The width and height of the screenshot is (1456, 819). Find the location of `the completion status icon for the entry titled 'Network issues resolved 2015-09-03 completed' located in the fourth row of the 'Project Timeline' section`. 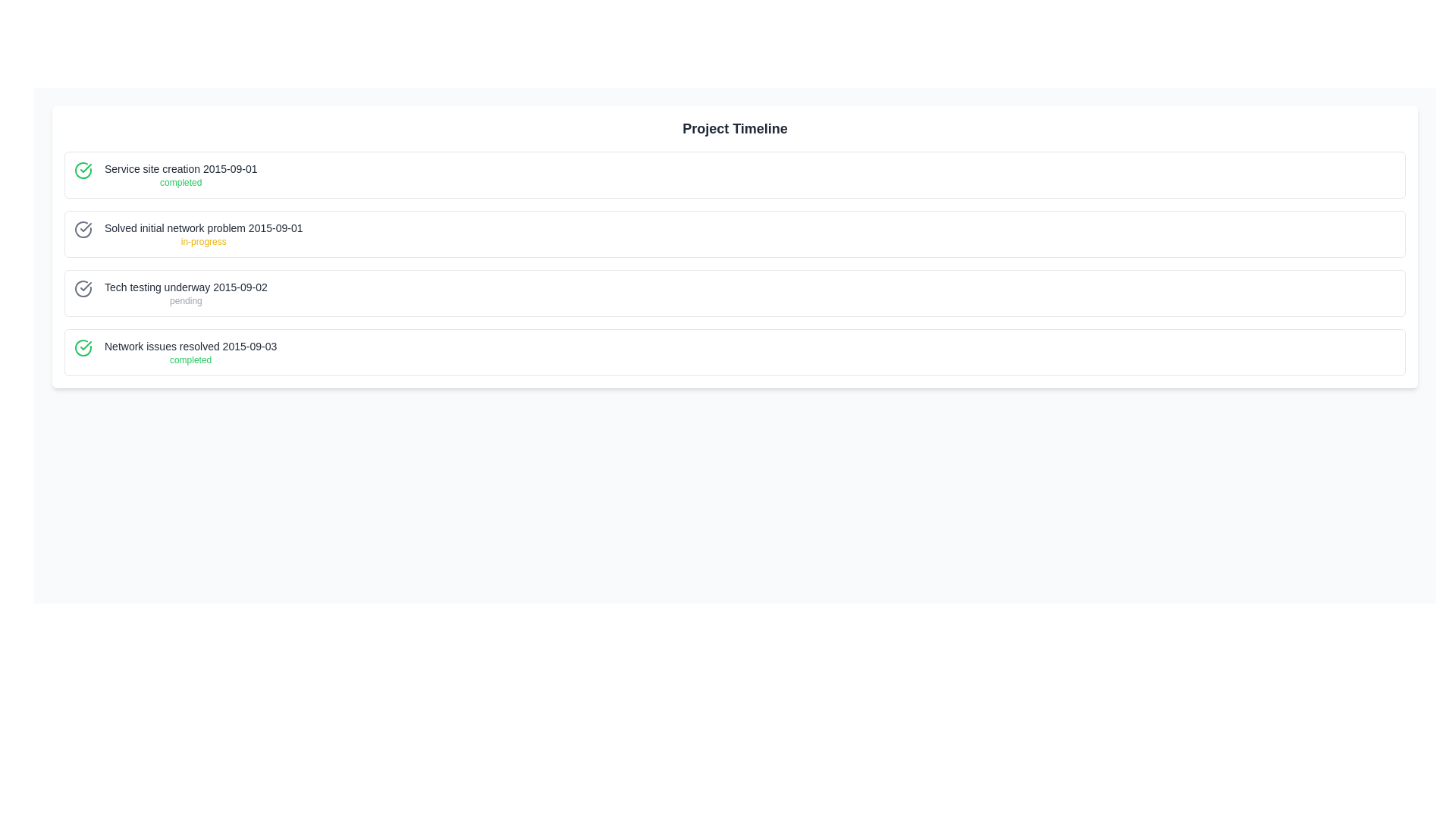

the completion status icon for the entry titled 'Network issues resolved 2015-09-03 completed' located in the fourth row of the 'Project Timeline' section is located at coordinates (83, 348).